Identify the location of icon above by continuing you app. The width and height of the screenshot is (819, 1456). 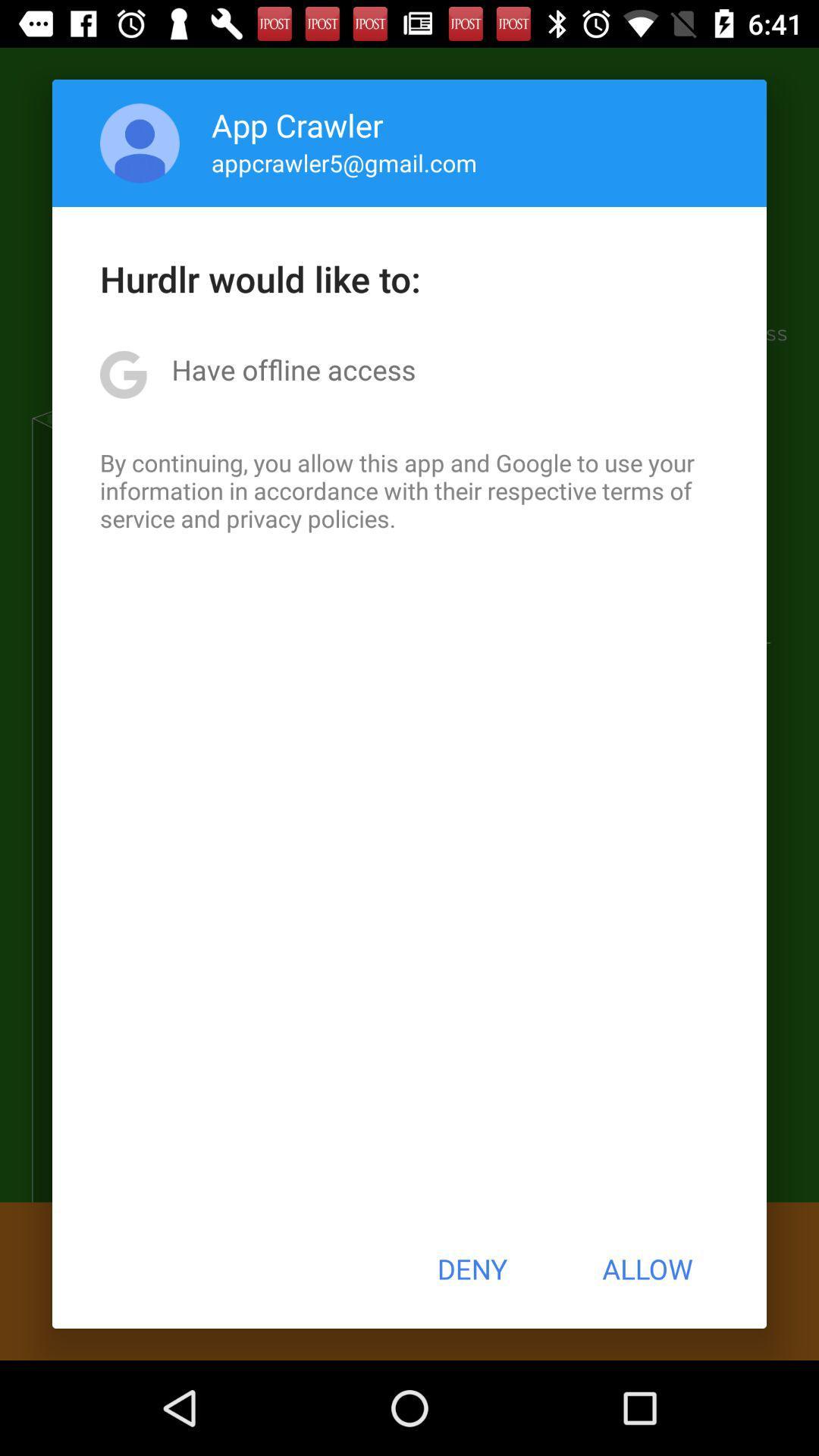
(293, 369).